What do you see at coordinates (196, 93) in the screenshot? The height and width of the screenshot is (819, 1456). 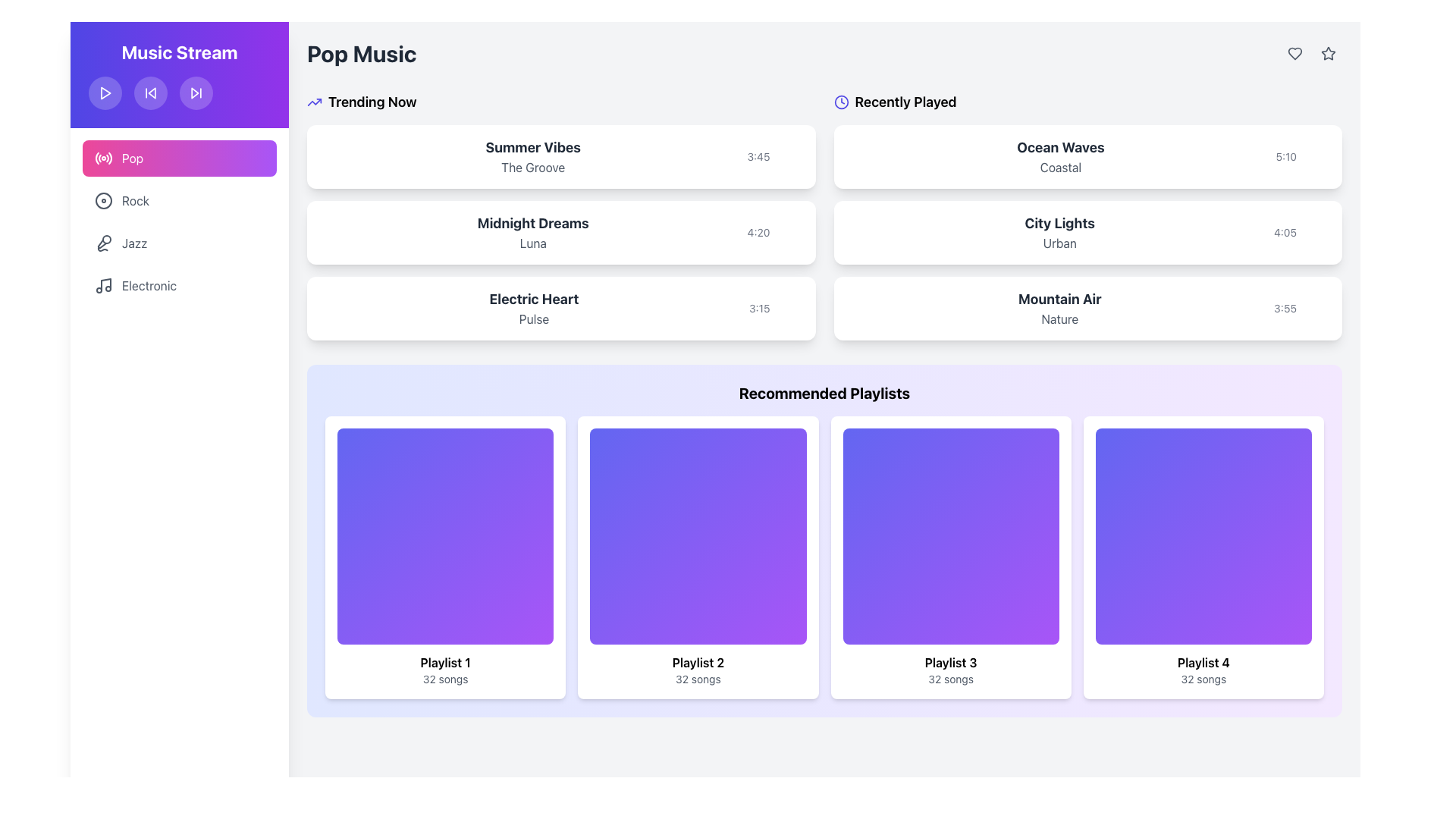 I see `the skip forward button located at the top of the interface in the Music Stream section to advance to the next item in the sequence` at bounding box center [196, 93].